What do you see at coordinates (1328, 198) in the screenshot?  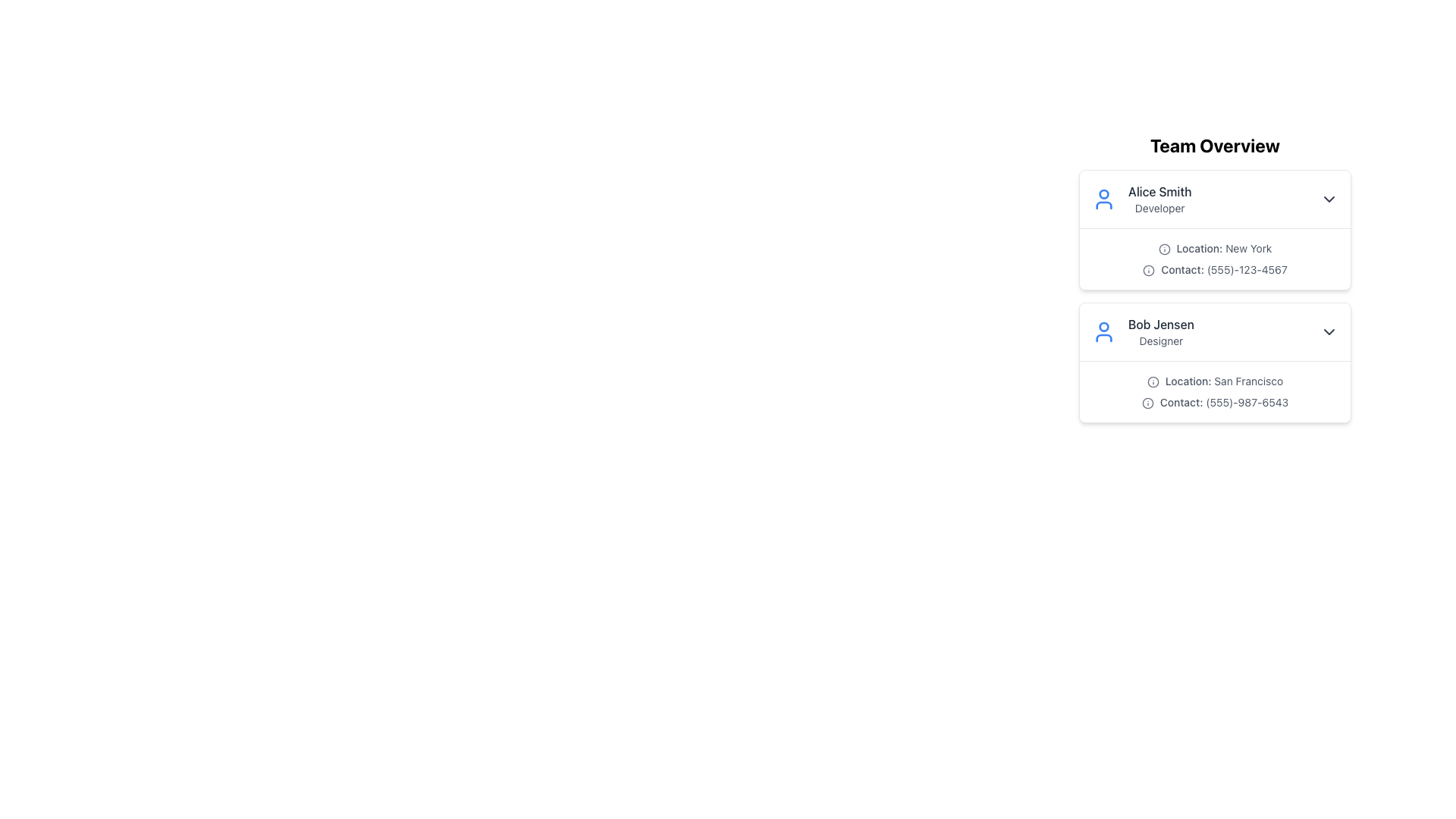 I see `the downward-pointing chevron icon button adjacent to 'Alice Smith' and 'Developer' to check for any tooltip appearance` at bounding box center [1328, 198].